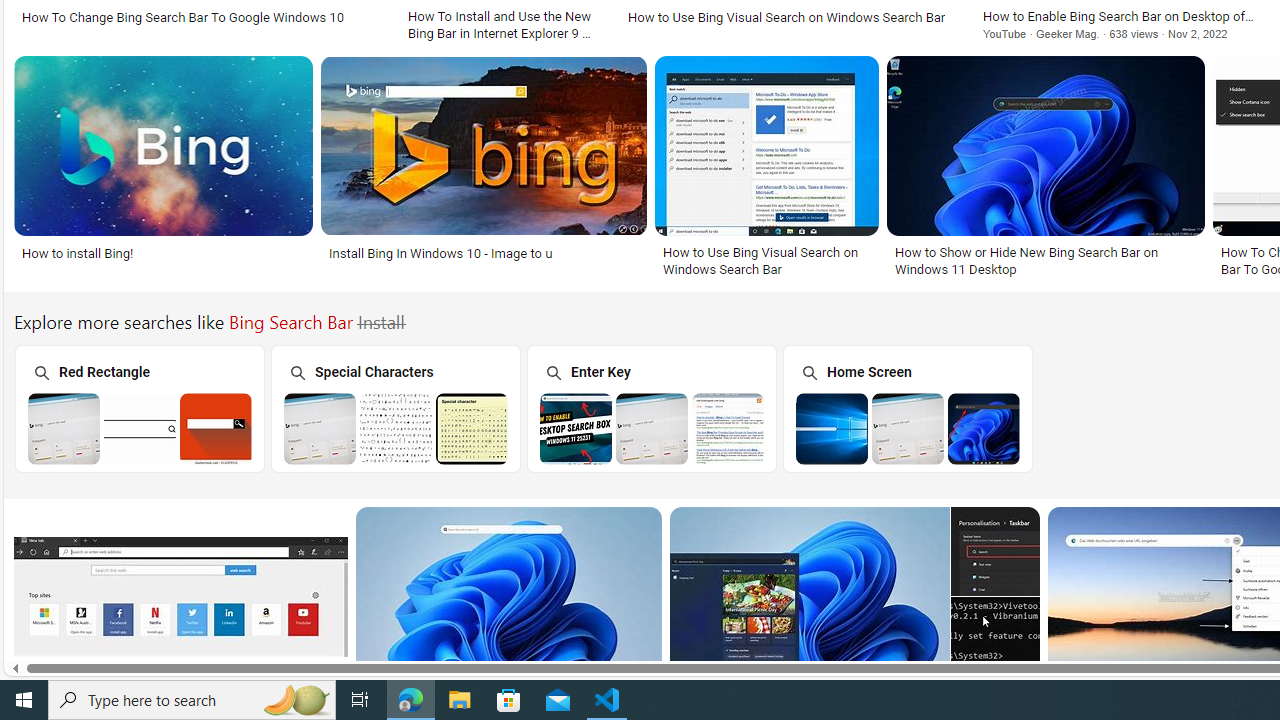  I want to click on 'Home Screen', so click(906, 407).